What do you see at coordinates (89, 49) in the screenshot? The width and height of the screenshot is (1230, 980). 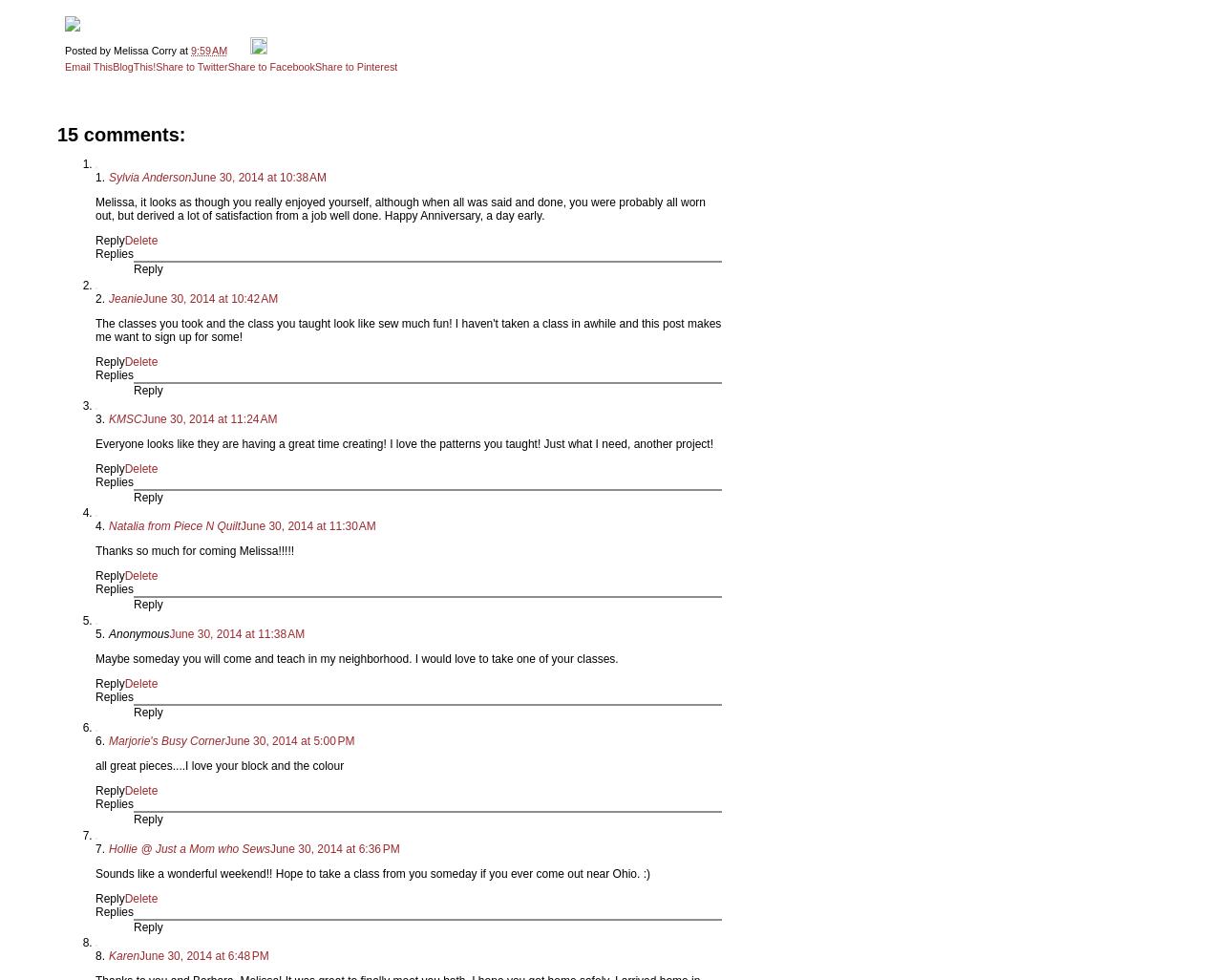 I see `'Posted by'` at bounding box center [89, 49].